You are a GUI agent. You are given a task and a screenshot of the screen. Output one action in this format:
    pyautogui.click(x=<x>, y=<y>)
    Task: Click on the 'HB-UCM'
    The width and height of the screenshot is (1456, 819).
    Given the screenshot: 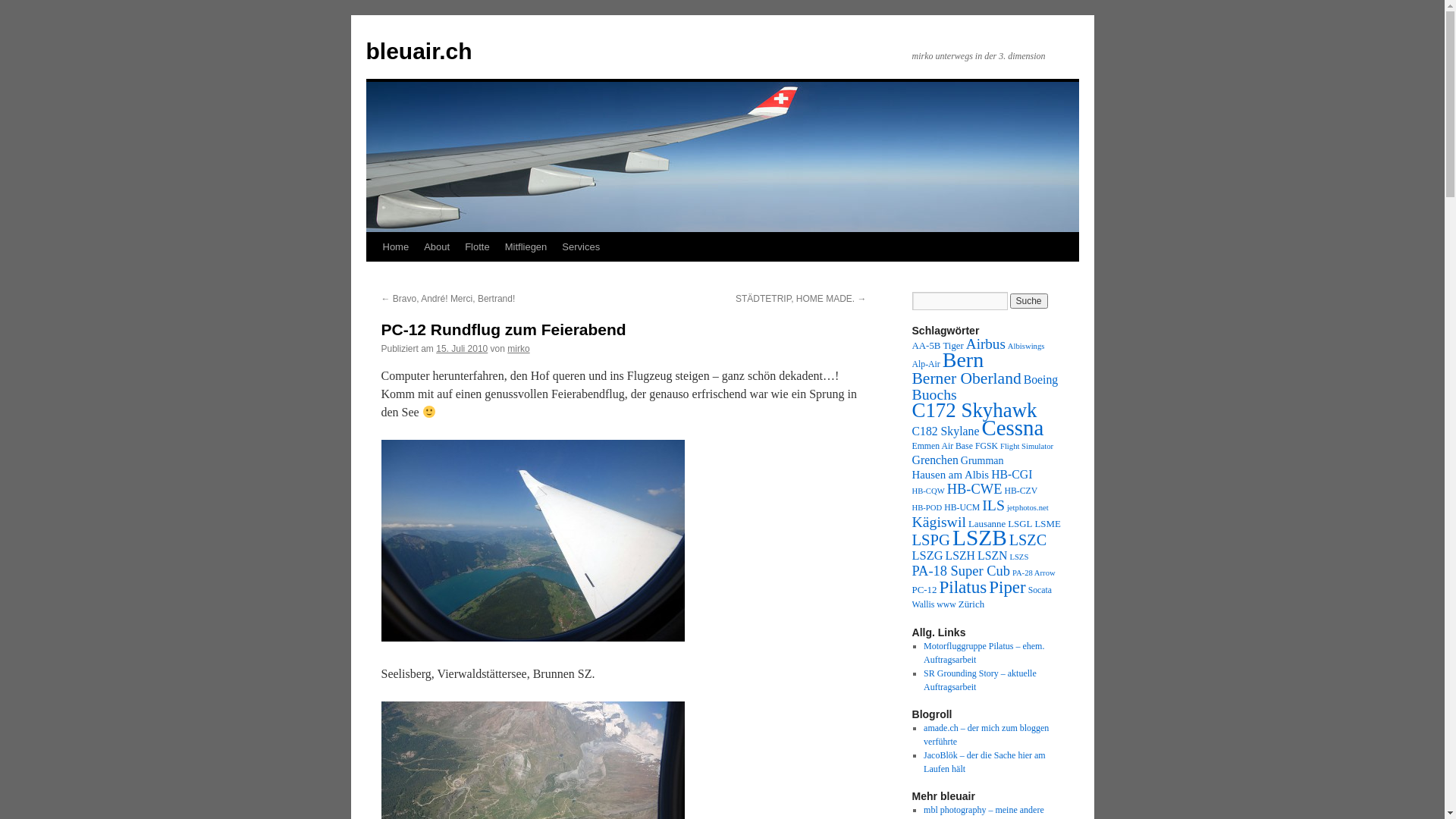 What is the action you would take?
    pyautogui.click(x=961, y=507)
    